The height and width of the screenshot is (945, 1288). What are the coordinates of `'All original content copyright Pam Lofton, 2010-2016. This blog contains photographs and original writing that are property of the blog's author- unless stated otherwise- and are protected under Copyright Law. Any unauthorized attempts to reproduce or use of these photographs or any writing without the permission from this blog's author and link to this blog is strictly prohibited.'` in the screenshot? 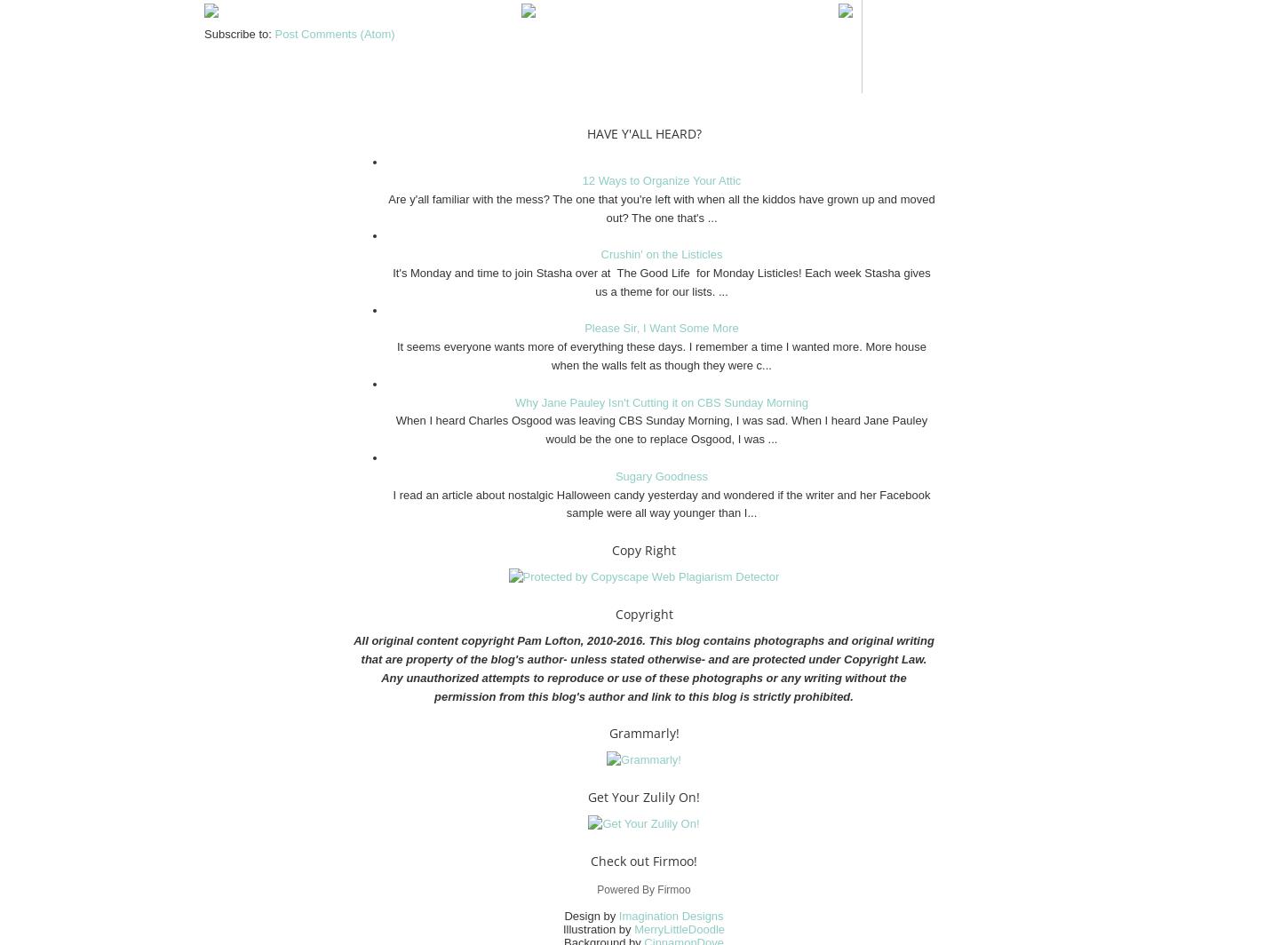 It's located at (642, 668).